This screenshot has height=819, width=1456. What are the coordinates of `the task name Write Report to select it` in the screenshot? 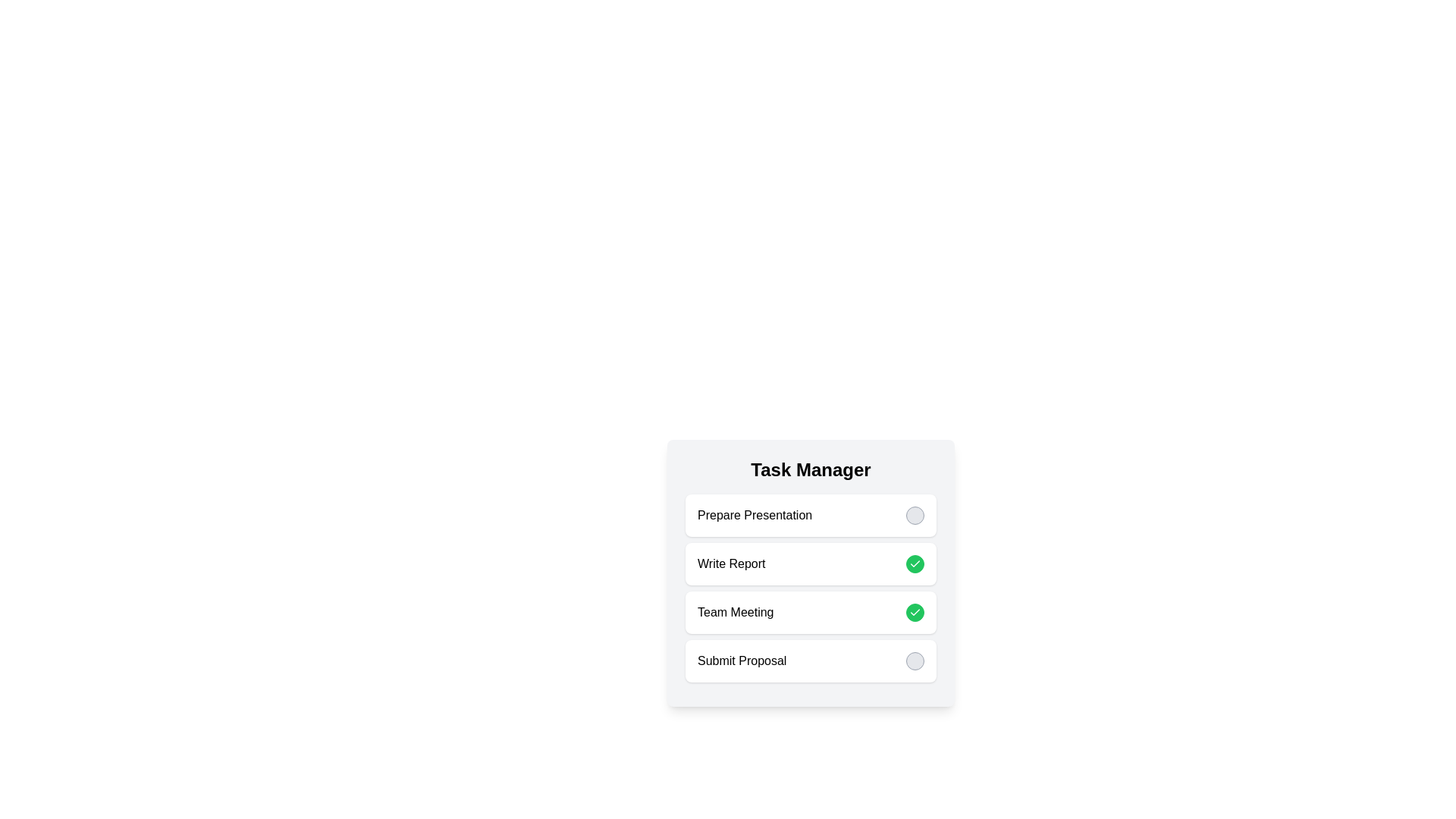 It's located at (731, 564).